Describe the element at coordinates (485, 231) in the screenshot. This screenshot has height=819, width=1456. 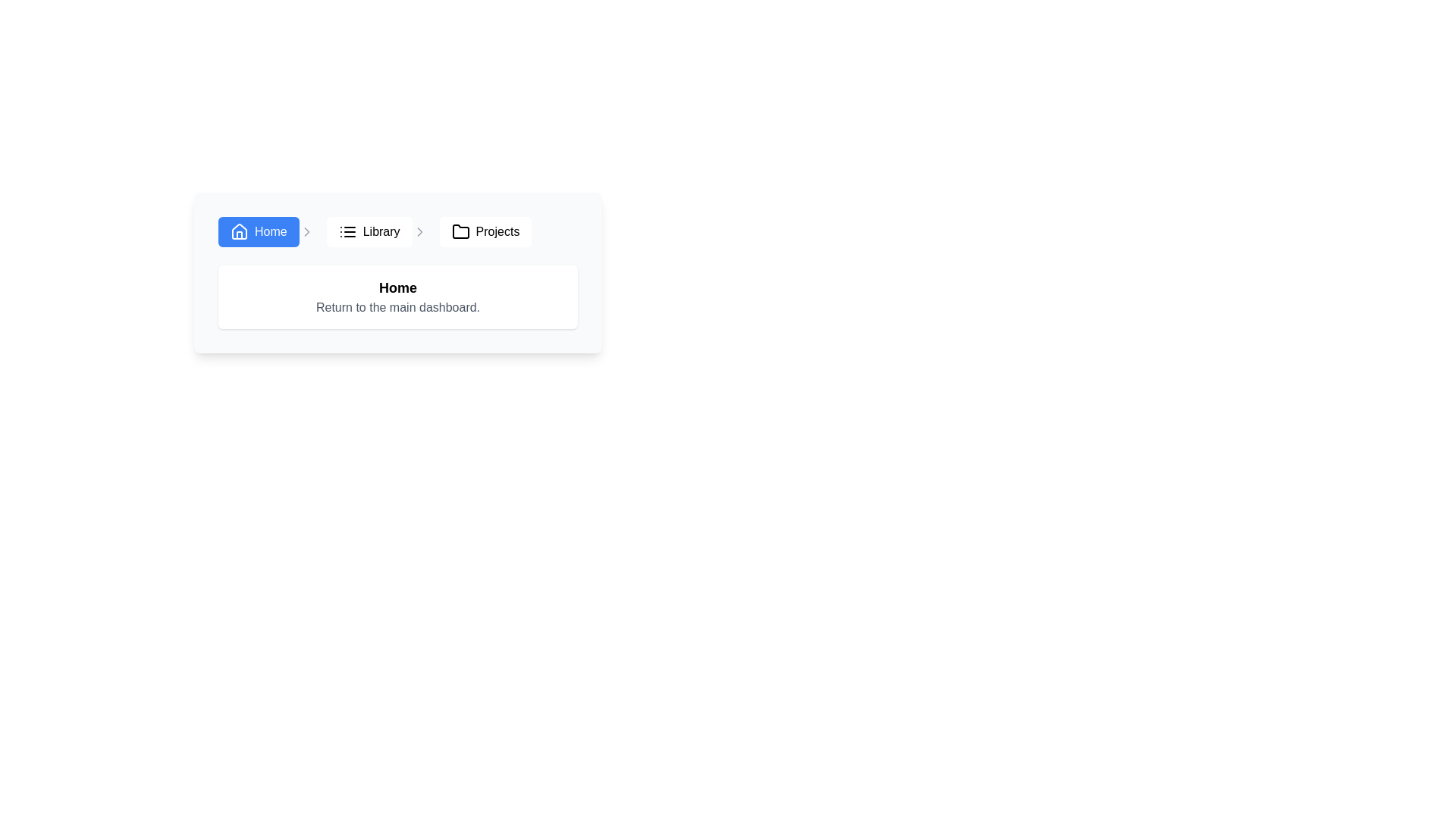
I see `the 'Projects' navigation button located on the far-right of the horizontal navigation bar, positioned after the 'Library' button` at that location.